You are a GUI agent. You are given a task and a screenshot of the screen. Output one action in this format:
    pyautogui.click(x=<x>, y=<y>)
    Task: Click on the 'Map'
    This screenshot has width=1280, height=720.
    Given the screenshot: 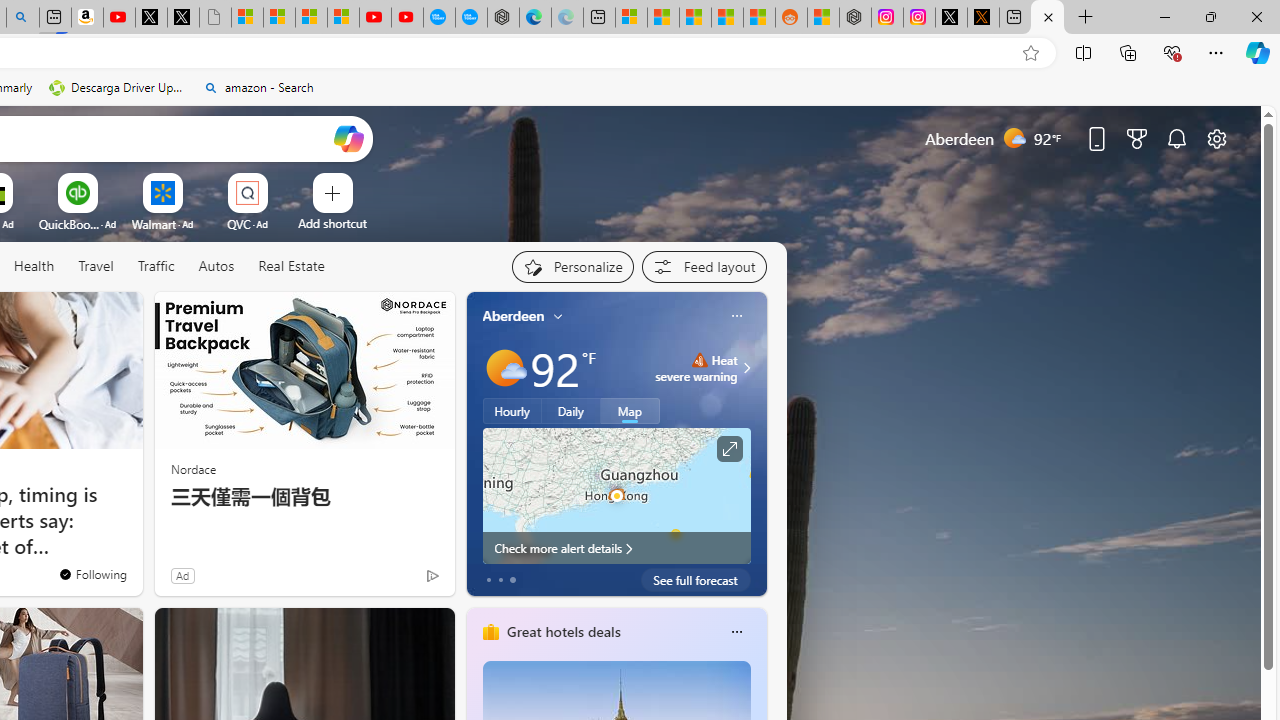 What is the action you would take?
    pyautogui.click(x=629, y=410)
    